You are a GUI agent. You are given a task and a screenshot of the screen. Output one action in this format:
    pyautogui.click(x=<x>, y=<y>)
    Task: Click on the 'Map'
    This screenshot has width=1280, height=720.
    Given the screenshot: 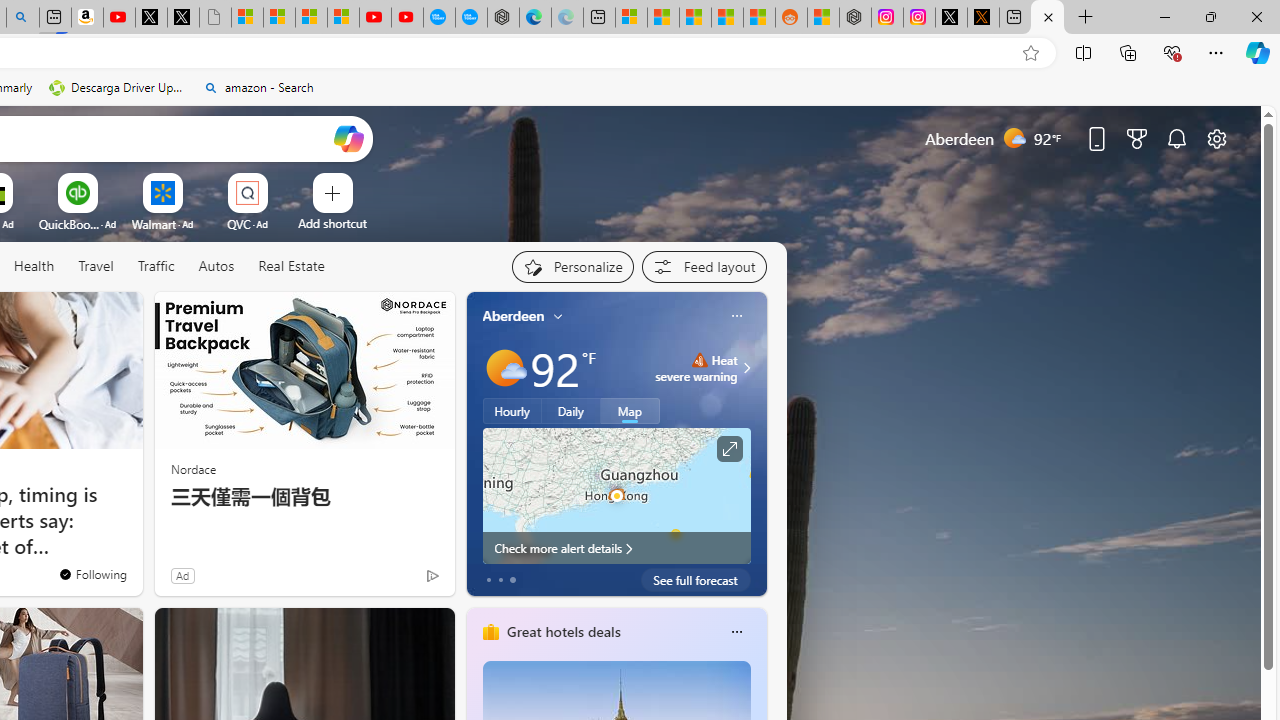 What is the action you would take?
    pyautogui.click(x=629, y=410)
    